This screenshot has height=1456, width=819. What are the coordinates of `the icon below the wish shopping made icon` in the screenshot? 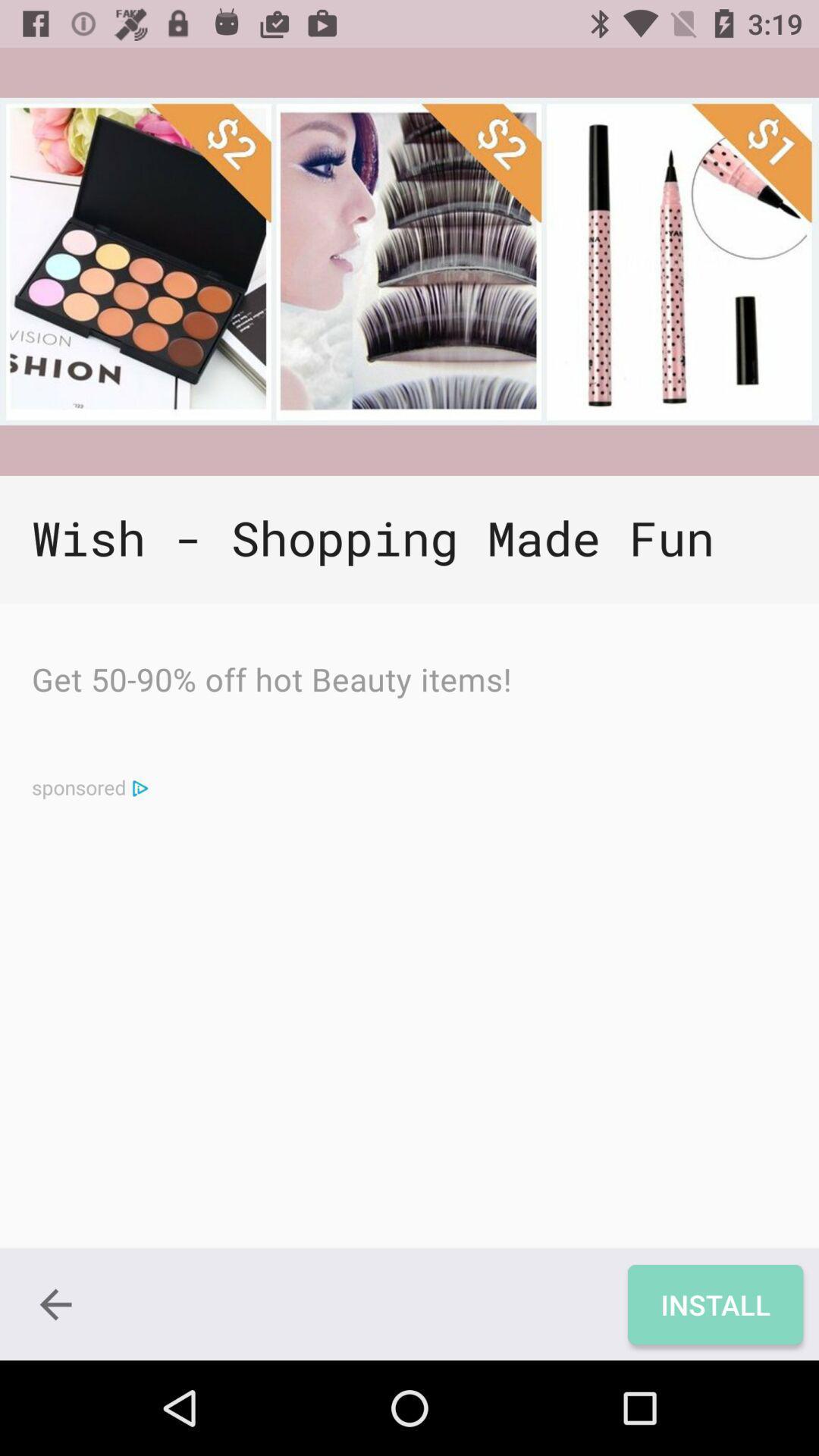 It's located at (715, 1304).